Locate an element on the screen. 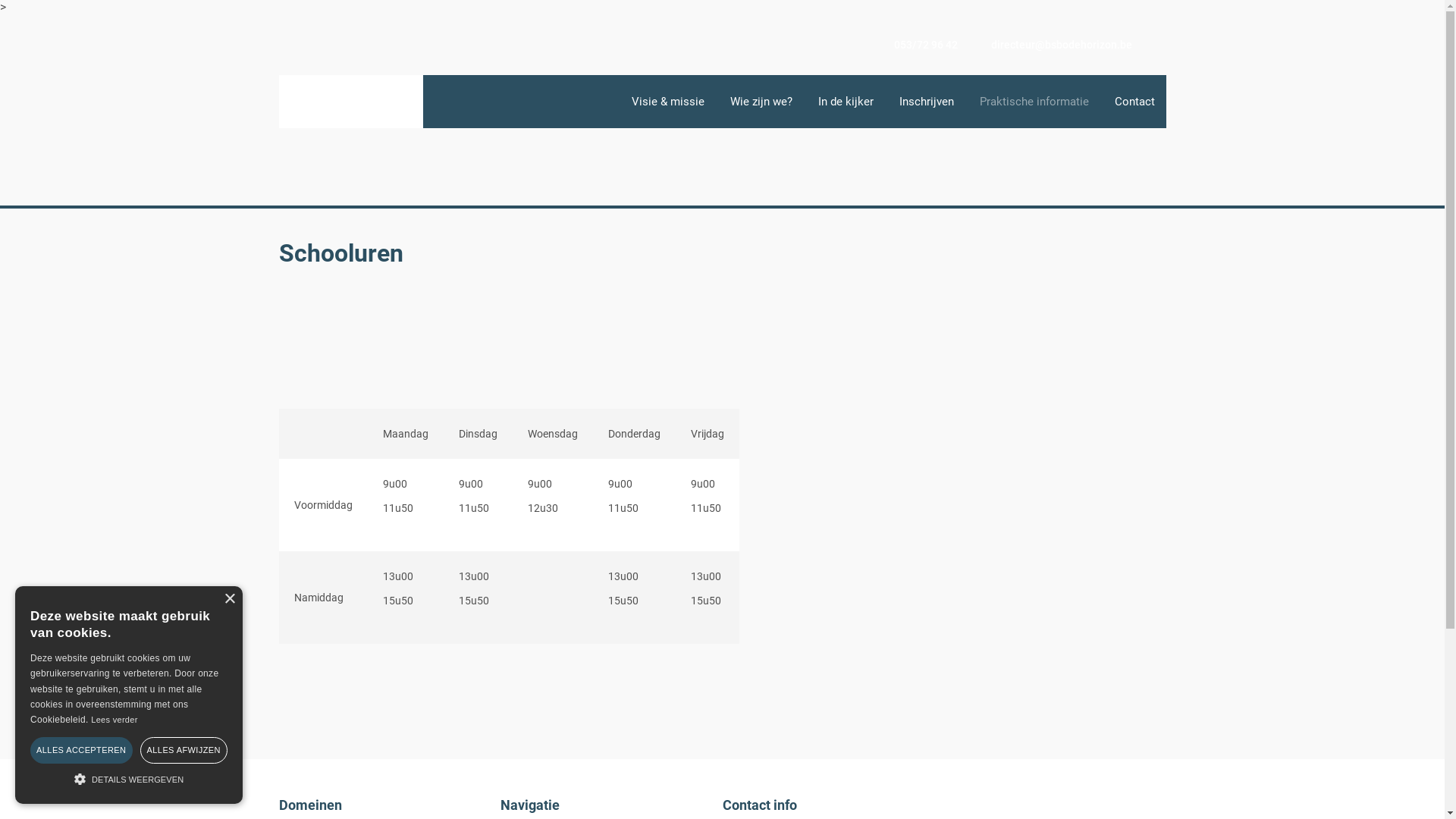 This screenshot has width=1456, height=819. 'Visie & missie' is located at coordinates (667, 102).